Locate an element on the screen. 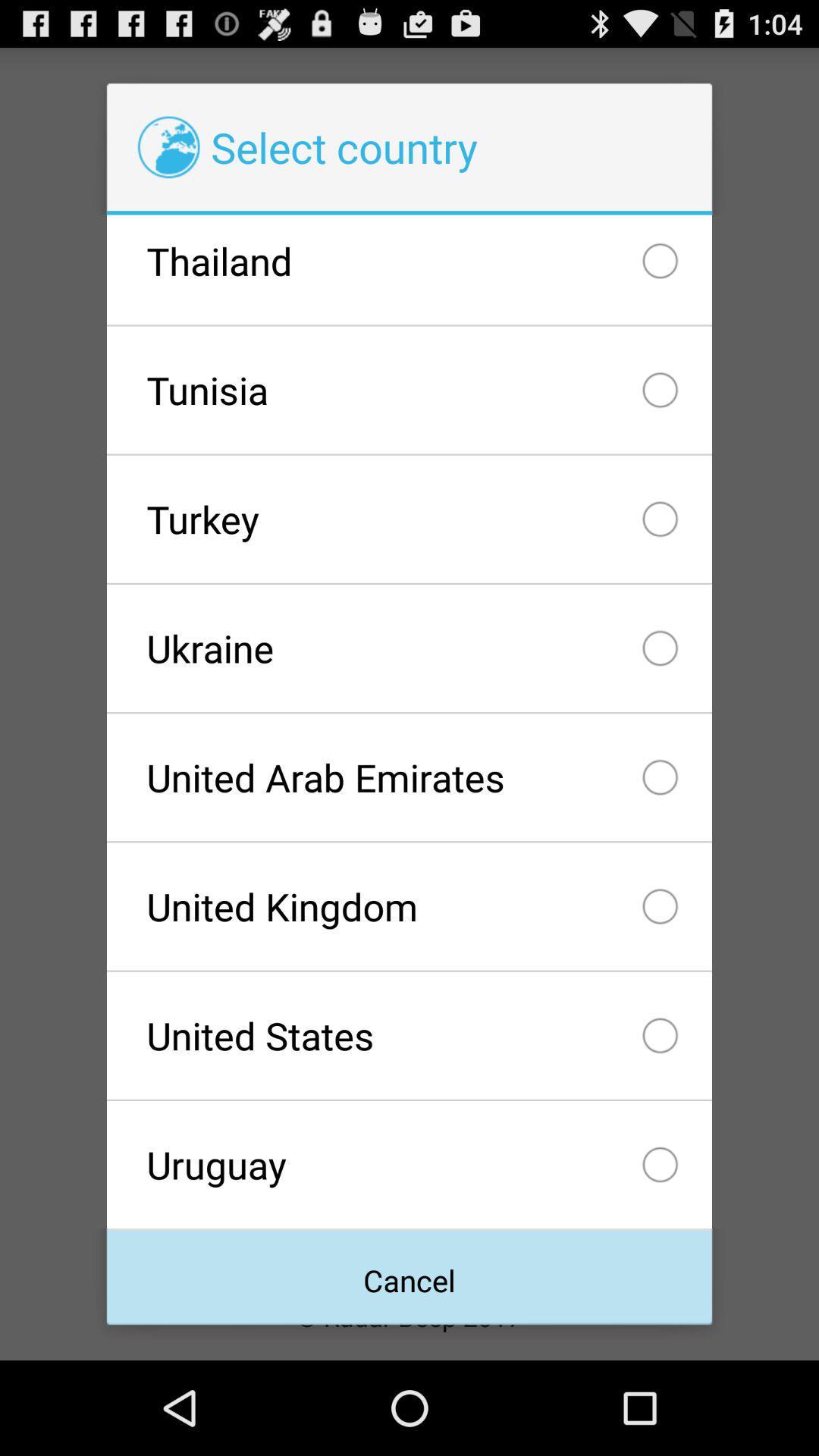  icon above united states is located at coordinates (409, 906).